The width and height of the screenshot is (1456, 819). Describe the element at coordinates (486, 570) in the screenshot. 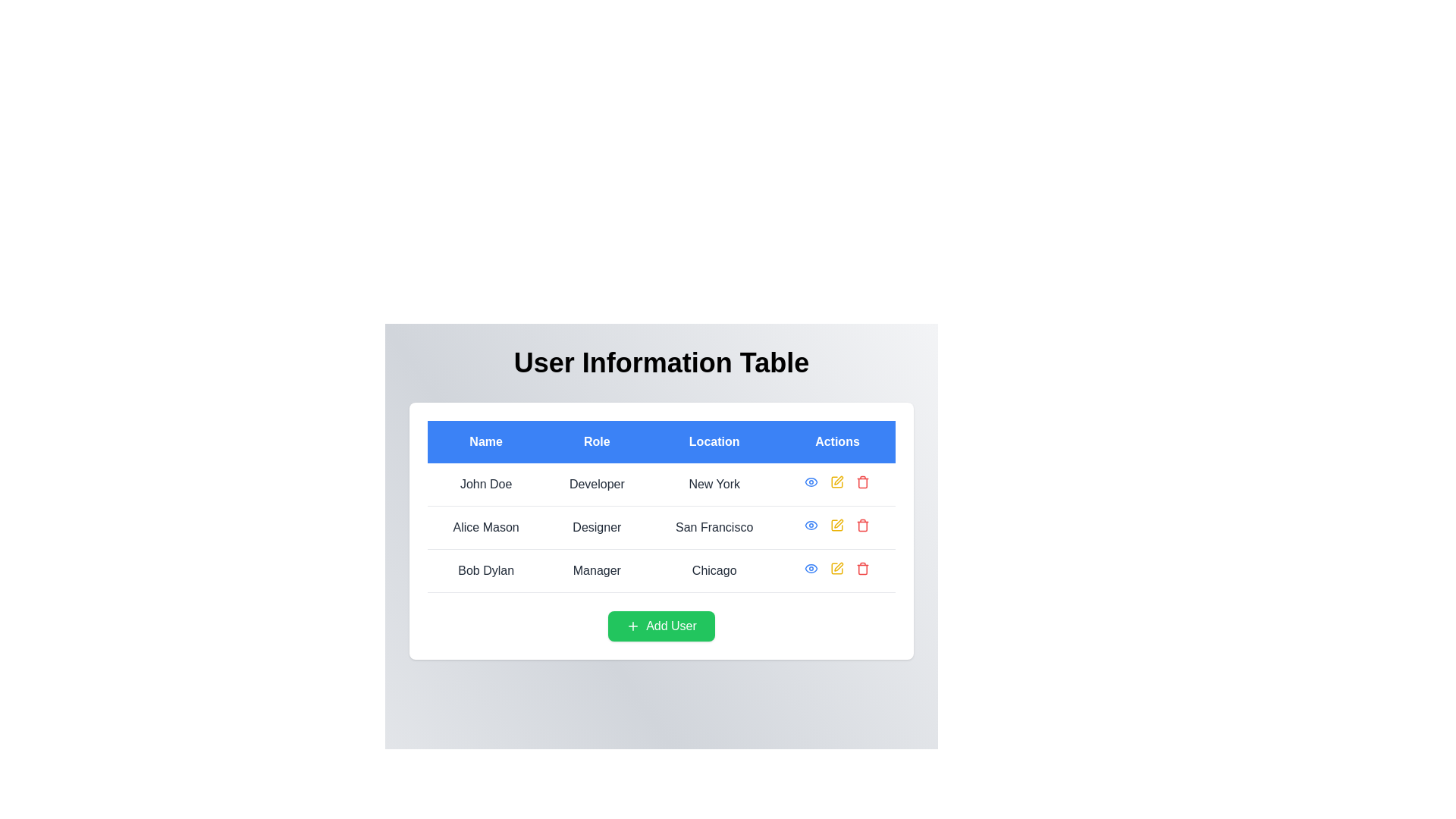

I see `the text label displaying 'Bob Dylan' in the Name column of the table, located in the third row` at that location.